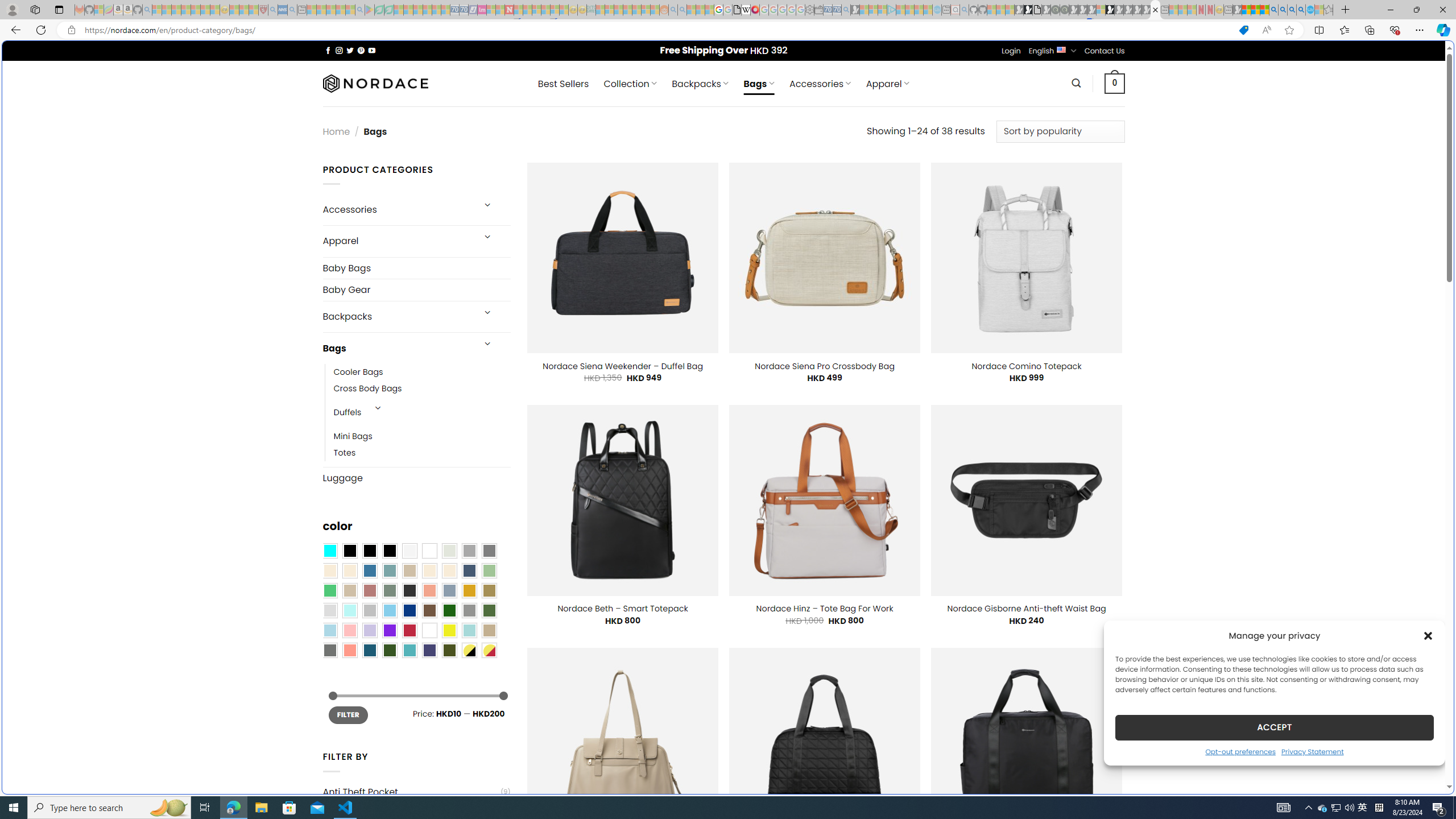 The image size is (1456, 819). Describe the element at coordinates (369, 630) in the screenshot. I see `'Light Purple'` at that location.